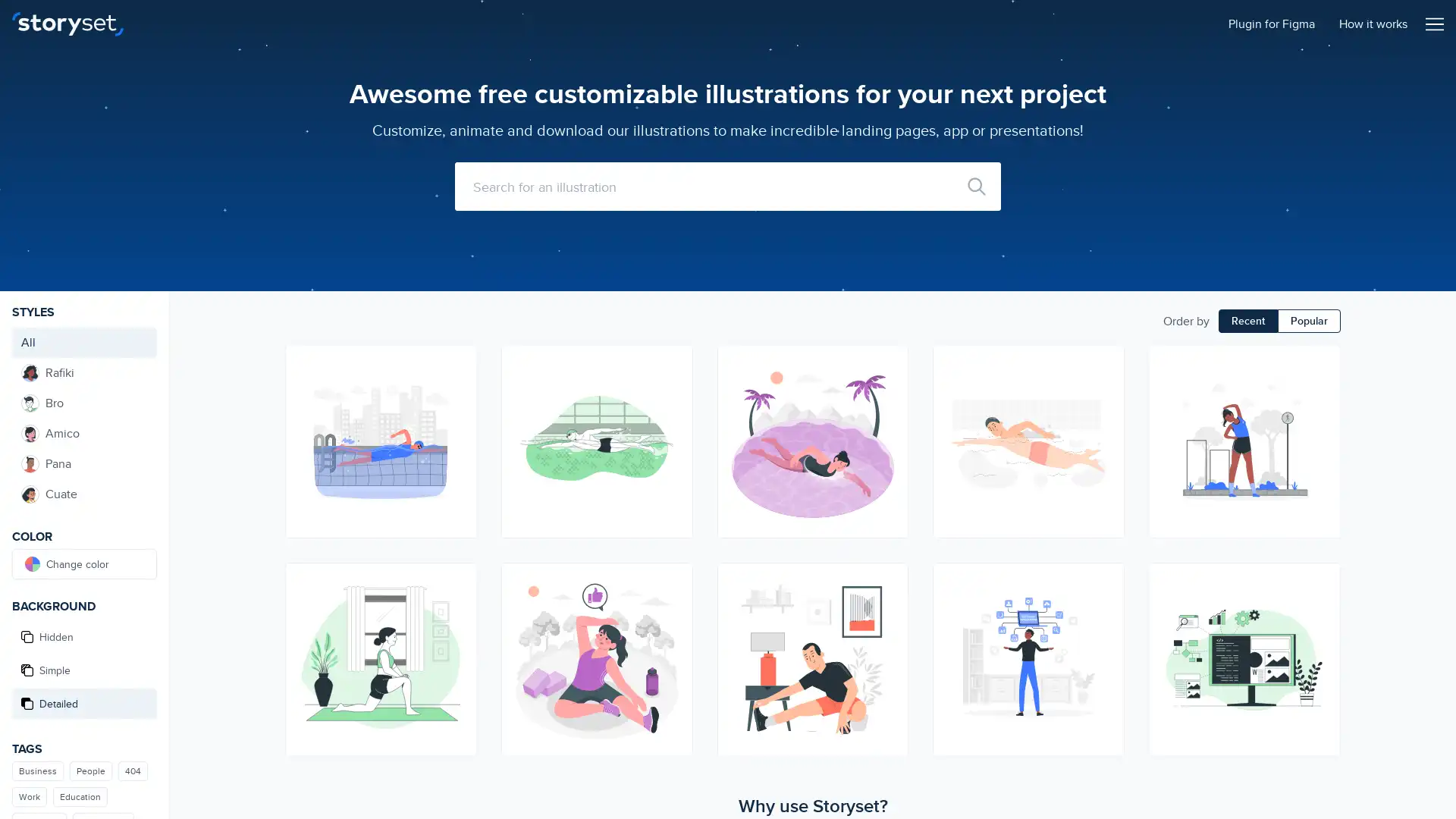 This screenshot has height=819, width=1456. I want to click on download icon Download, so click(457, 391).